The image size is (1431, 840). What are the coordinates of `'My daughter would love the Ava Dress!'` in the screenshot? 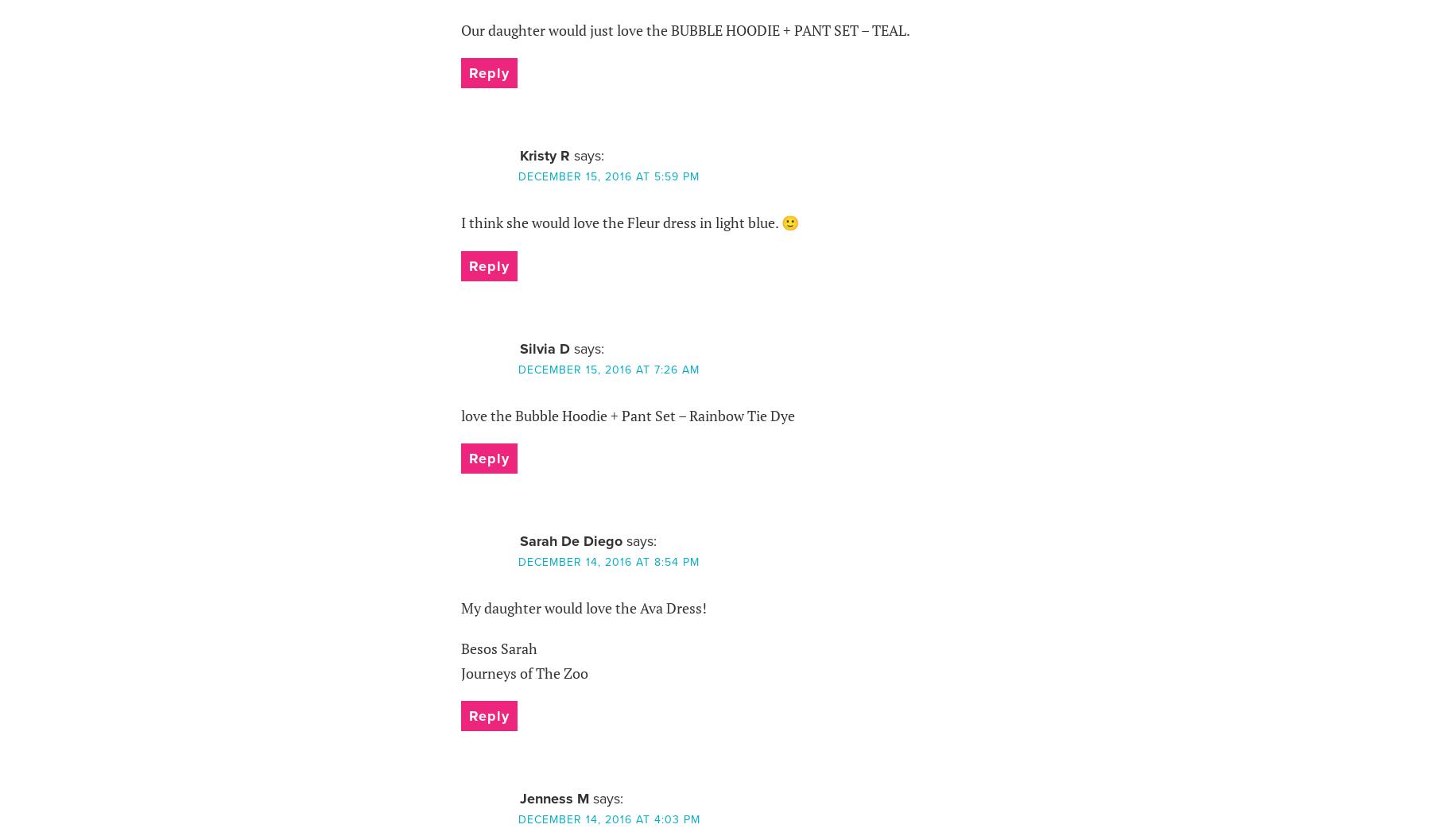 It's located at (582, 607).